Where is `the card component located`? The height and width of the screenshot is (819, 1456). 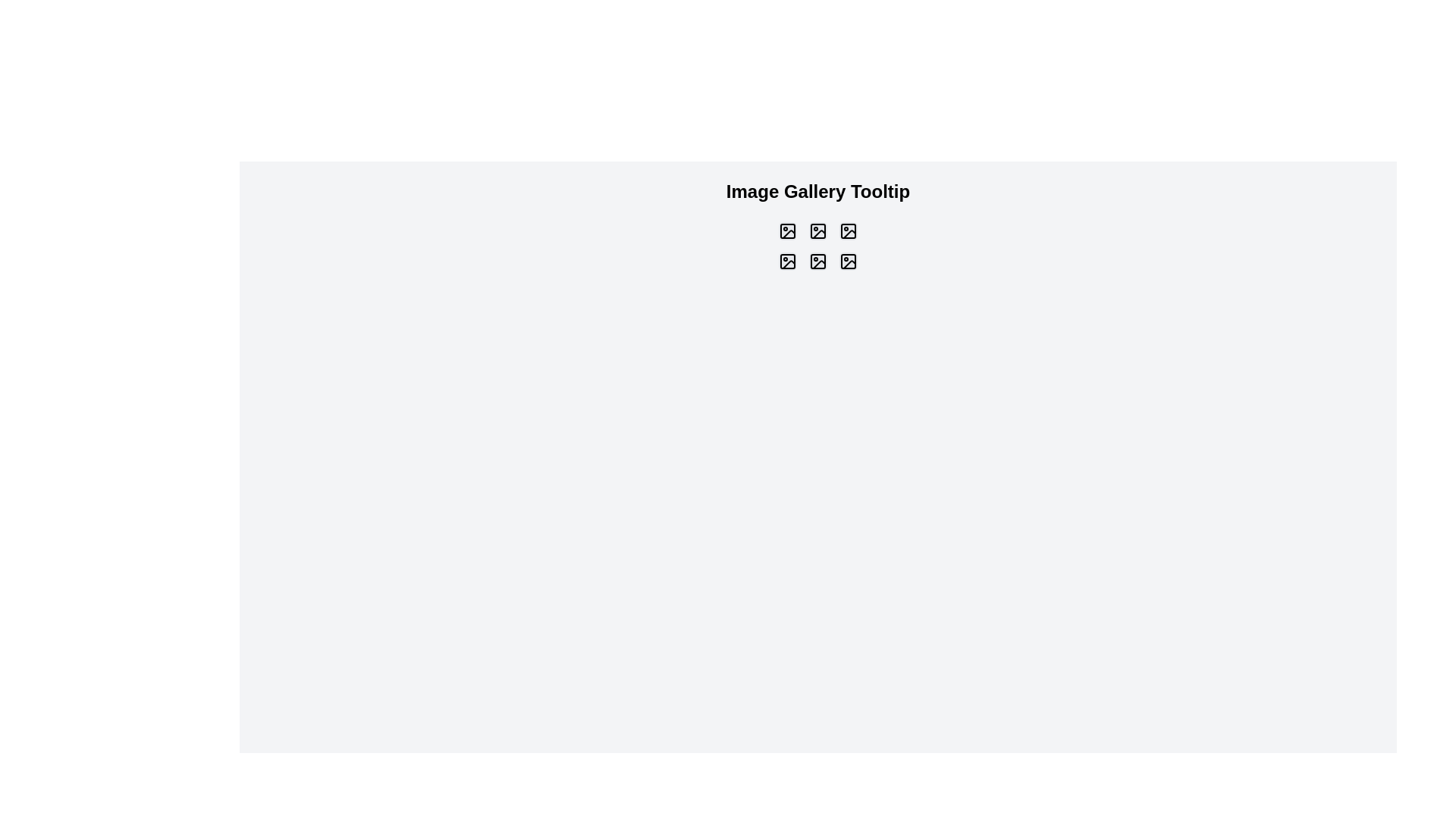
the card component located is located at coordinates (787, 260).